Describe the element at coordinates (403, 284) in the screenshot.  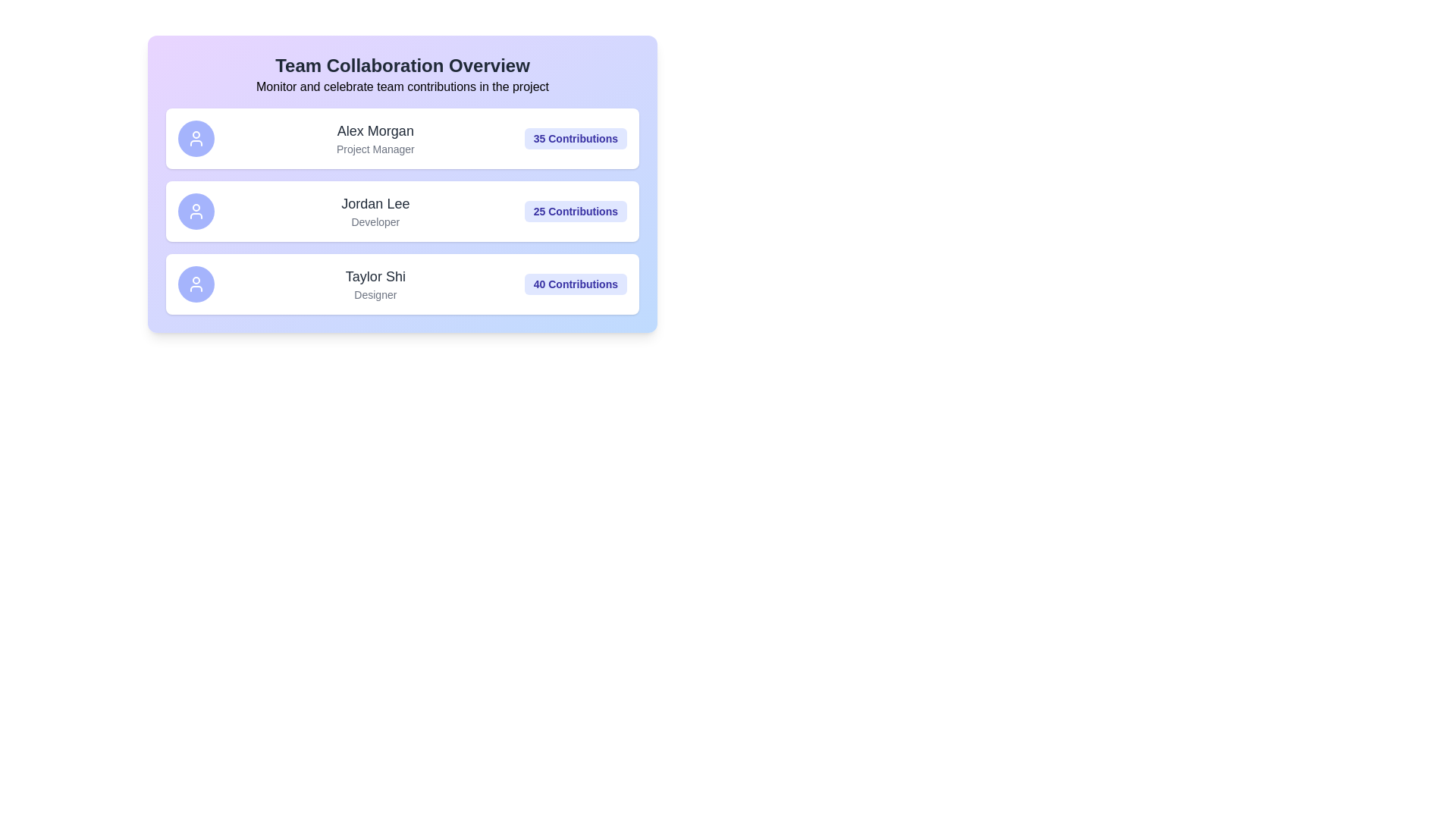
I see `the card of the member Taylor Shi to preview their details` at that location.